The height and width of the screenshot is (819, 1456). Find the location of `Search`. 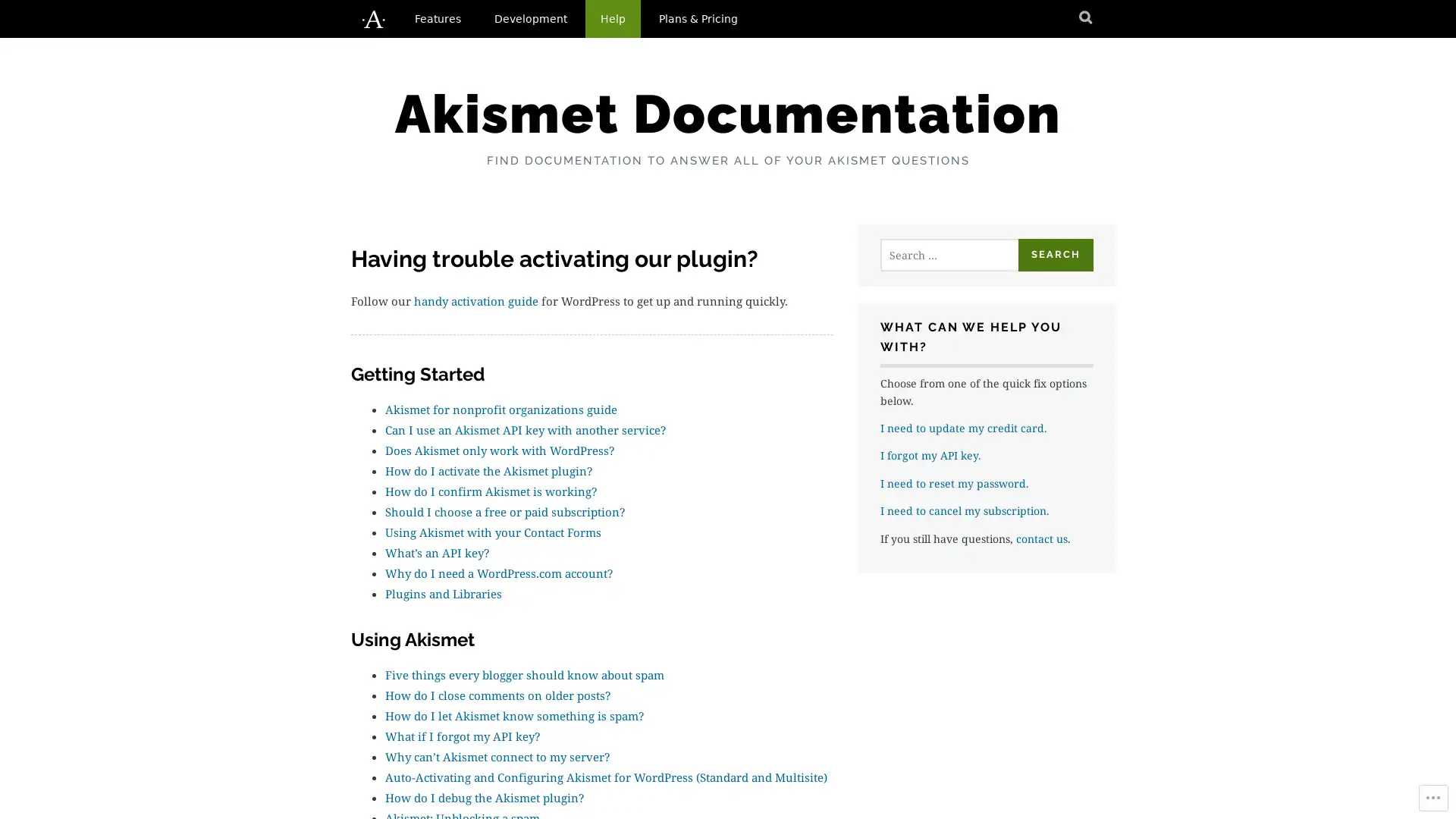

Search is located at coordinates (1055, 254).